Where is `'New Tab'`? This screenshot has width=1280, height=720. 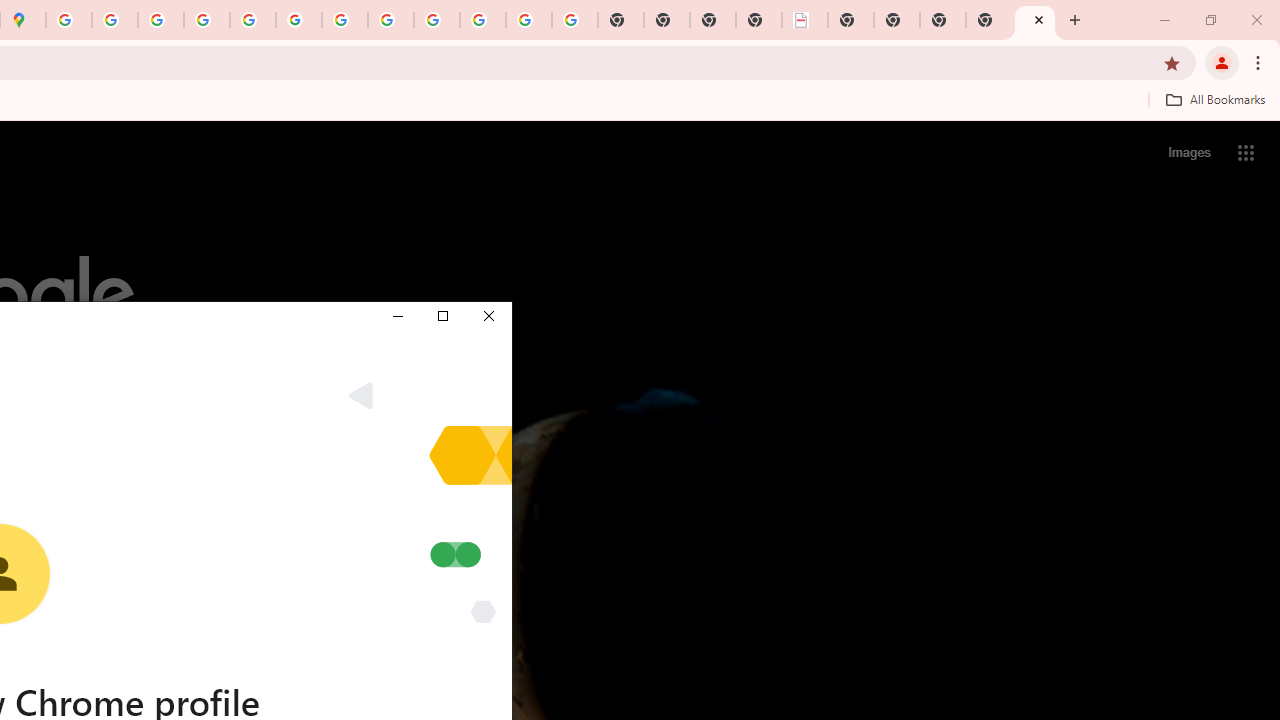 'New Tab' is located at coordinates (1035, 20).